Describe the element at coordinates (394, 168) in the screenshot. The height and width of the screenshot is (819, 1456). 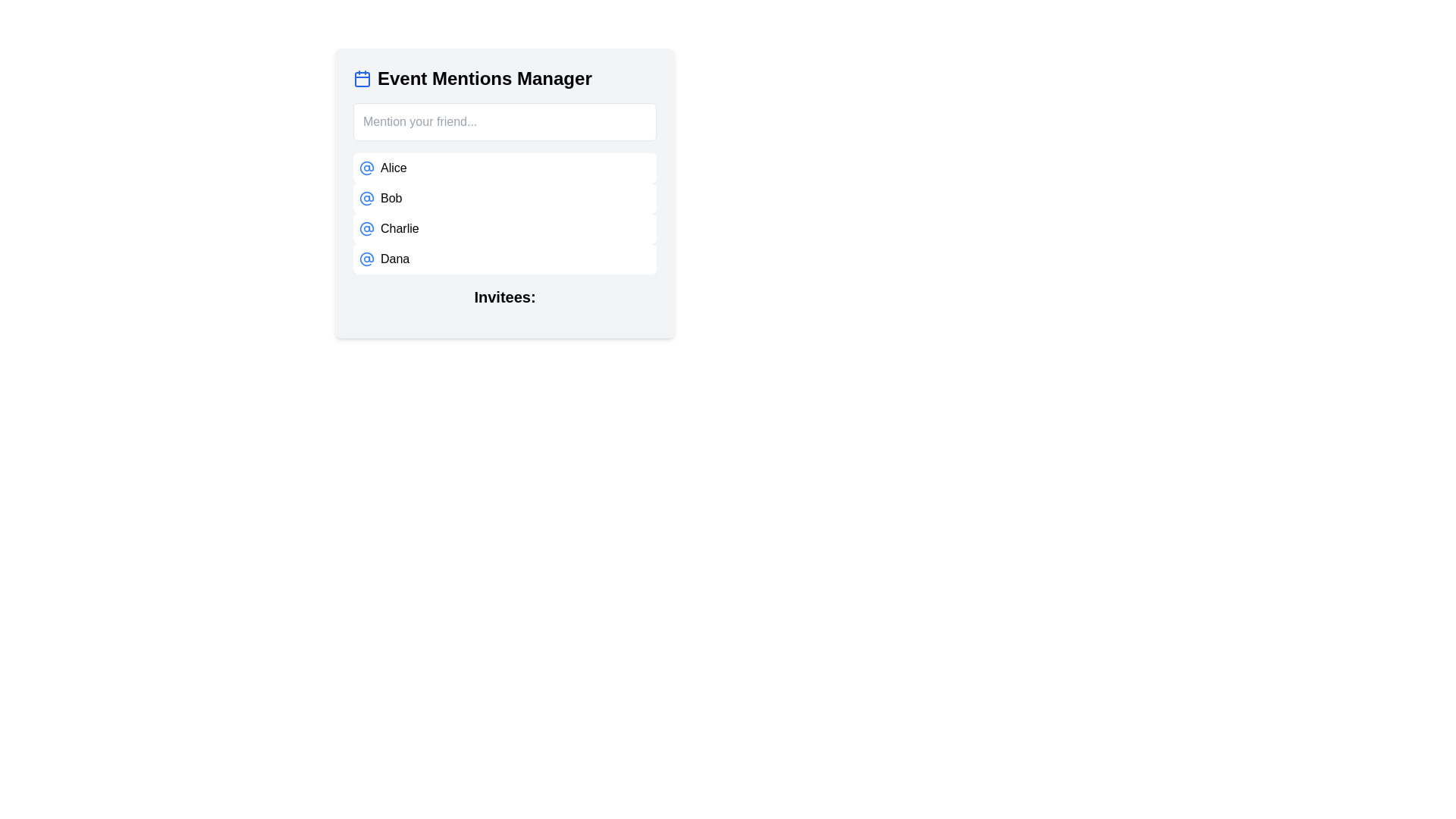
I see `the Text label displaying 'Alice', located next to the blue '@' icon` at that location.